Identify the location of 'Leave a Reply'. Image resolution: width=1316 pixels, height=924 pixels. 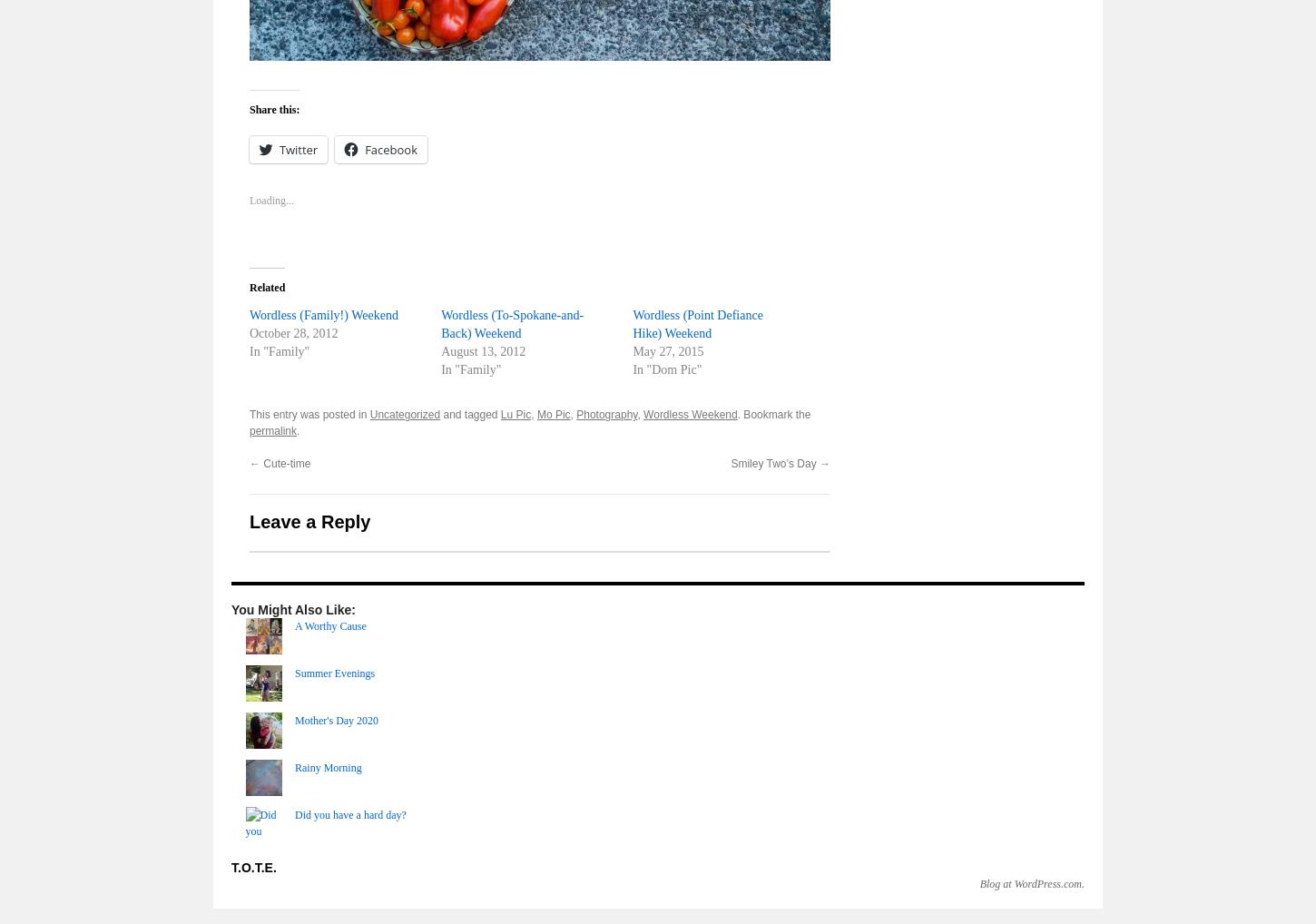
(309, 521).